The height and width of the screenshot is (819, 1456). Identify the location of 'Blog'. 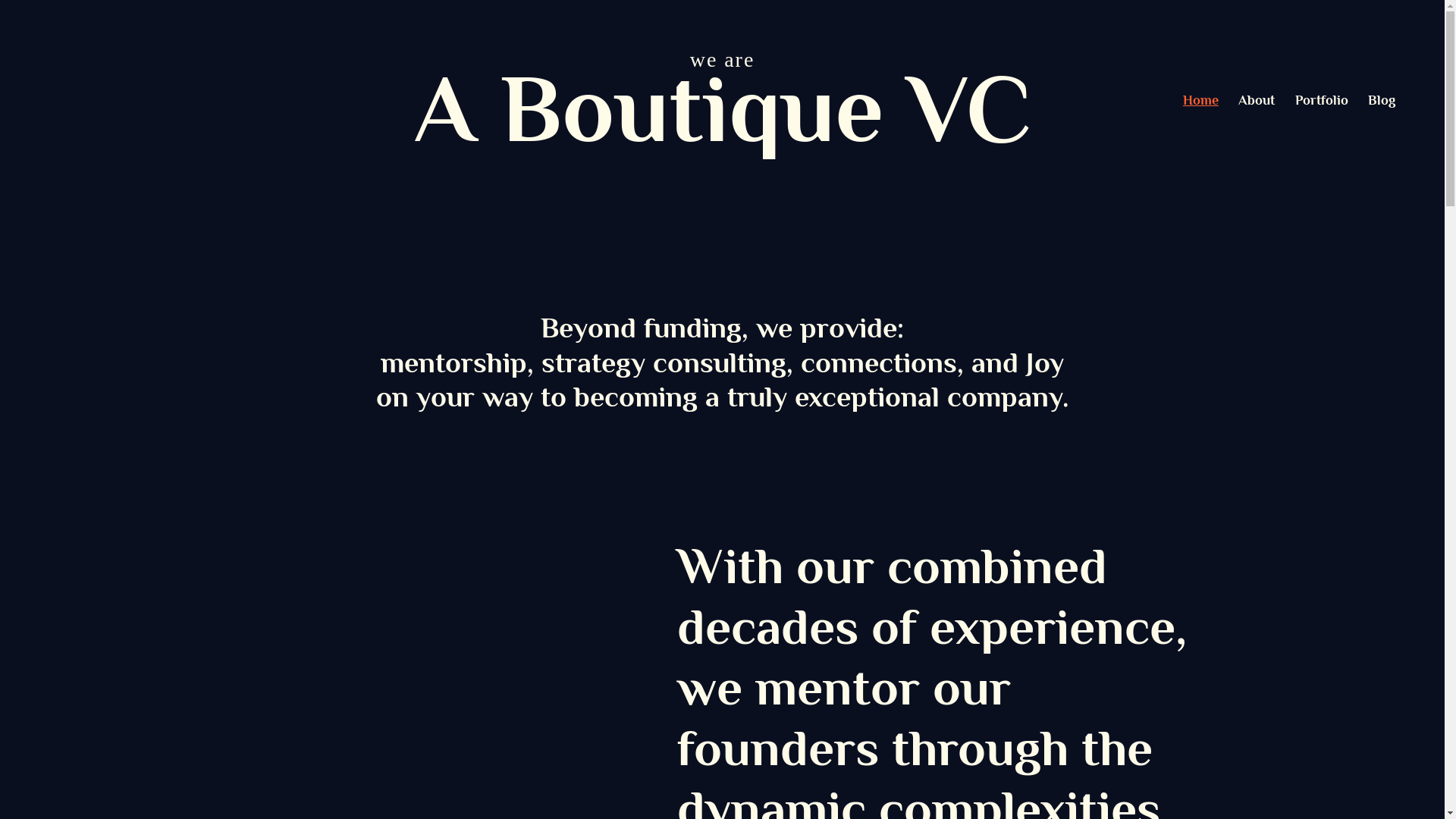
(1368, 99).